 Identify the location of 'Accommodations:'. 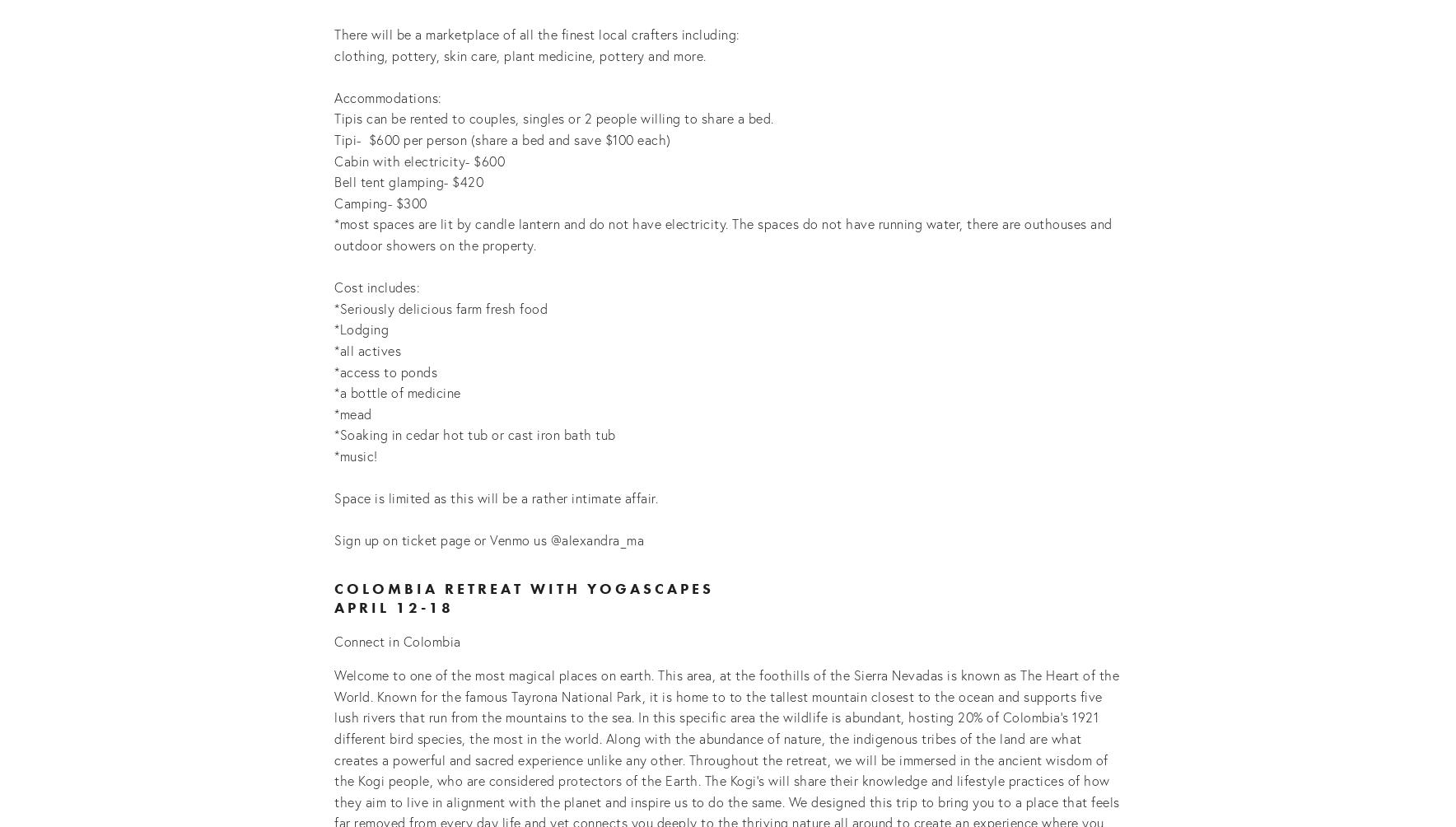
(334, 96).